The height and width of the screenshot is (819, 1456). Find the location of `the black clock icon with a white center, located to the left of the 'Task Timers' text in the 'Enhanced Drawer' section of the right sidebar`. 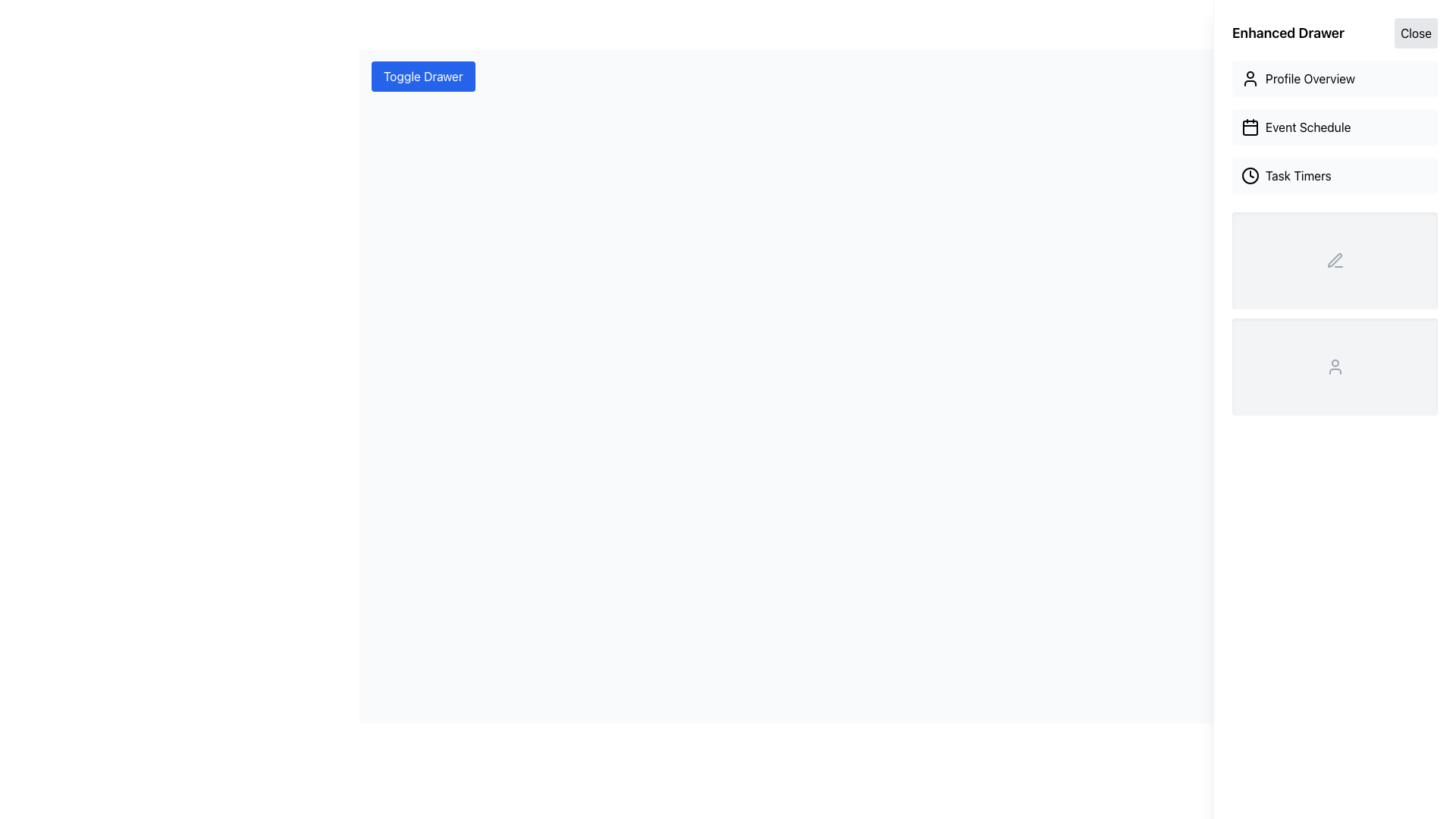

the black clock icon with a white center, located to the left of the 'Task Timers' text in the 'Enhanced Drawer' section of the right sidebar is located at coordinates (1250, 174).